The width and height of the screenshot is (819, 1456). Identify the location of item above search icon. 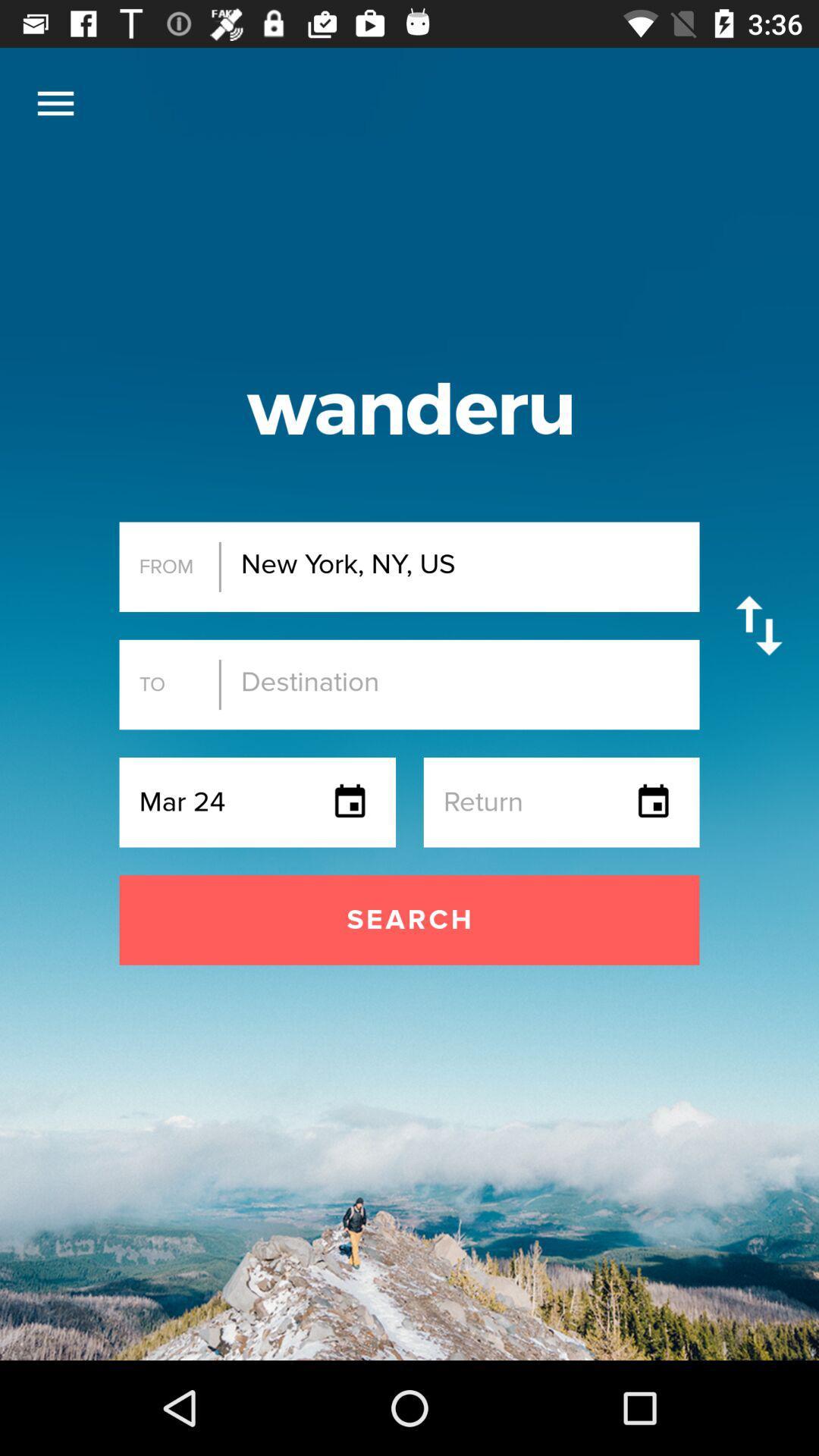
(55, 102).